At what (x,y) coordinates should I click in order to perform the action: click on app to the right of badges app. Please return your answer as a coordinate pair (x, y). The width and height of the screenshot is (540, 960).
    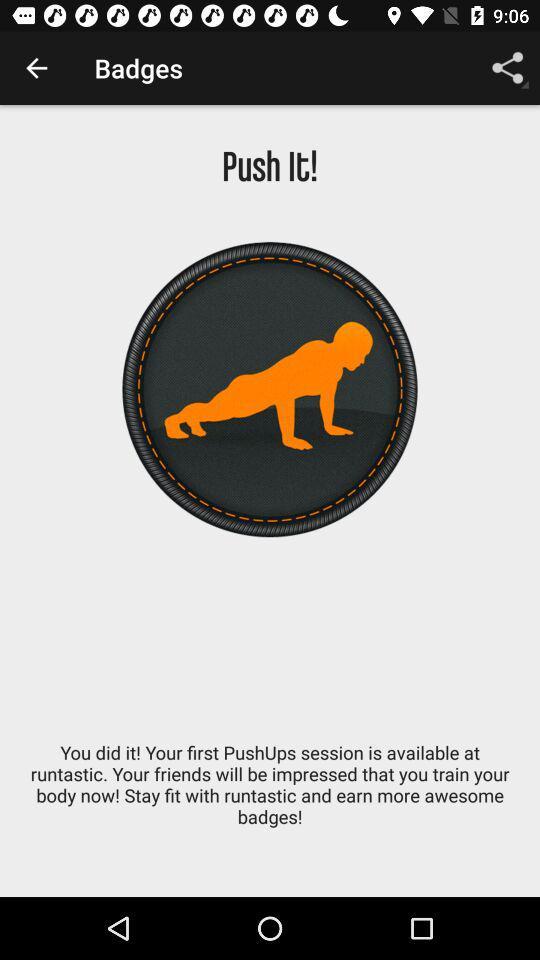
    Looking at the image, I should click on (508, 68).